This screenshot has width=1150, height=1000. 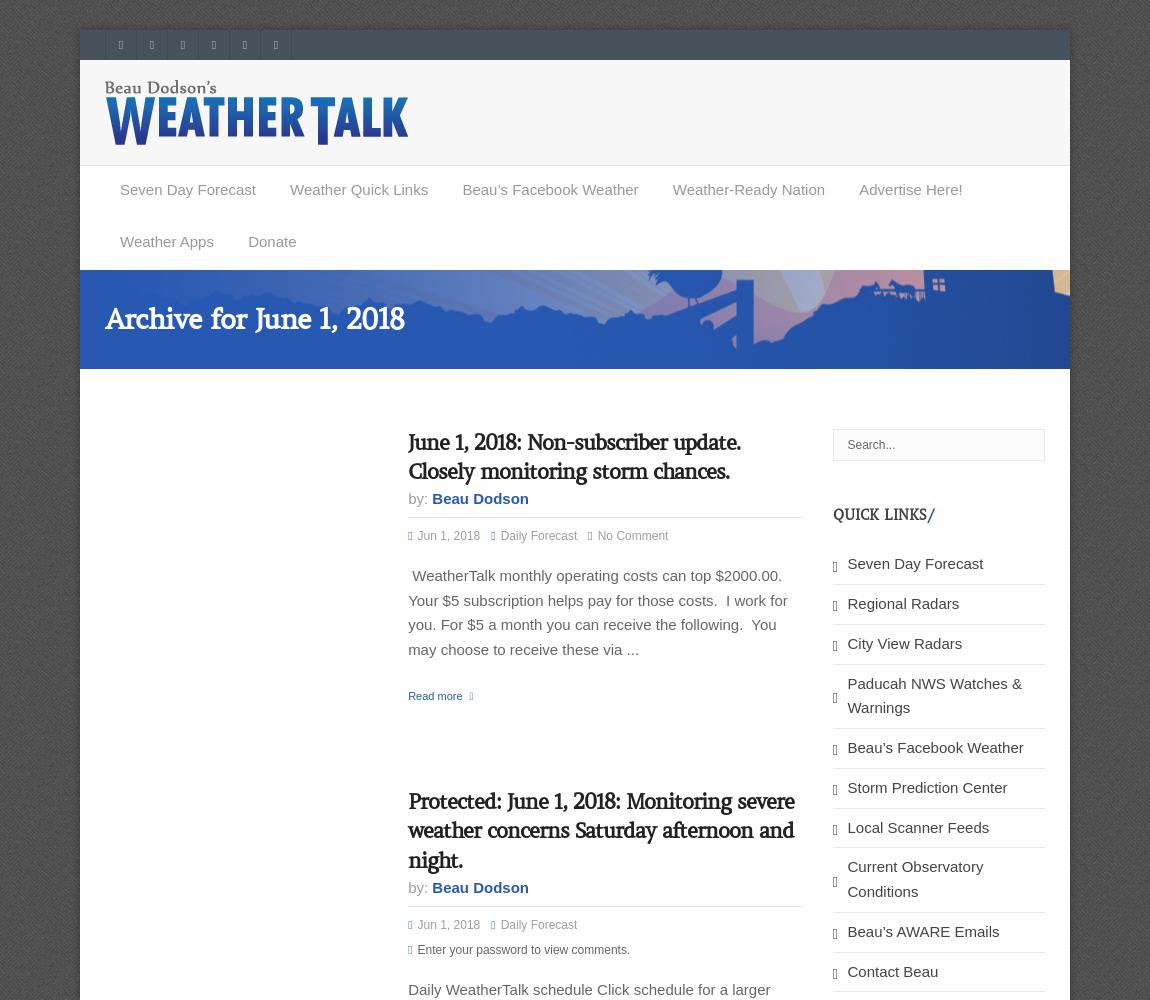 What do you see at coordinates (845, 786) in the screenshot?
I see `'Storm Prediction Center'` at bounding box center [845, 786].